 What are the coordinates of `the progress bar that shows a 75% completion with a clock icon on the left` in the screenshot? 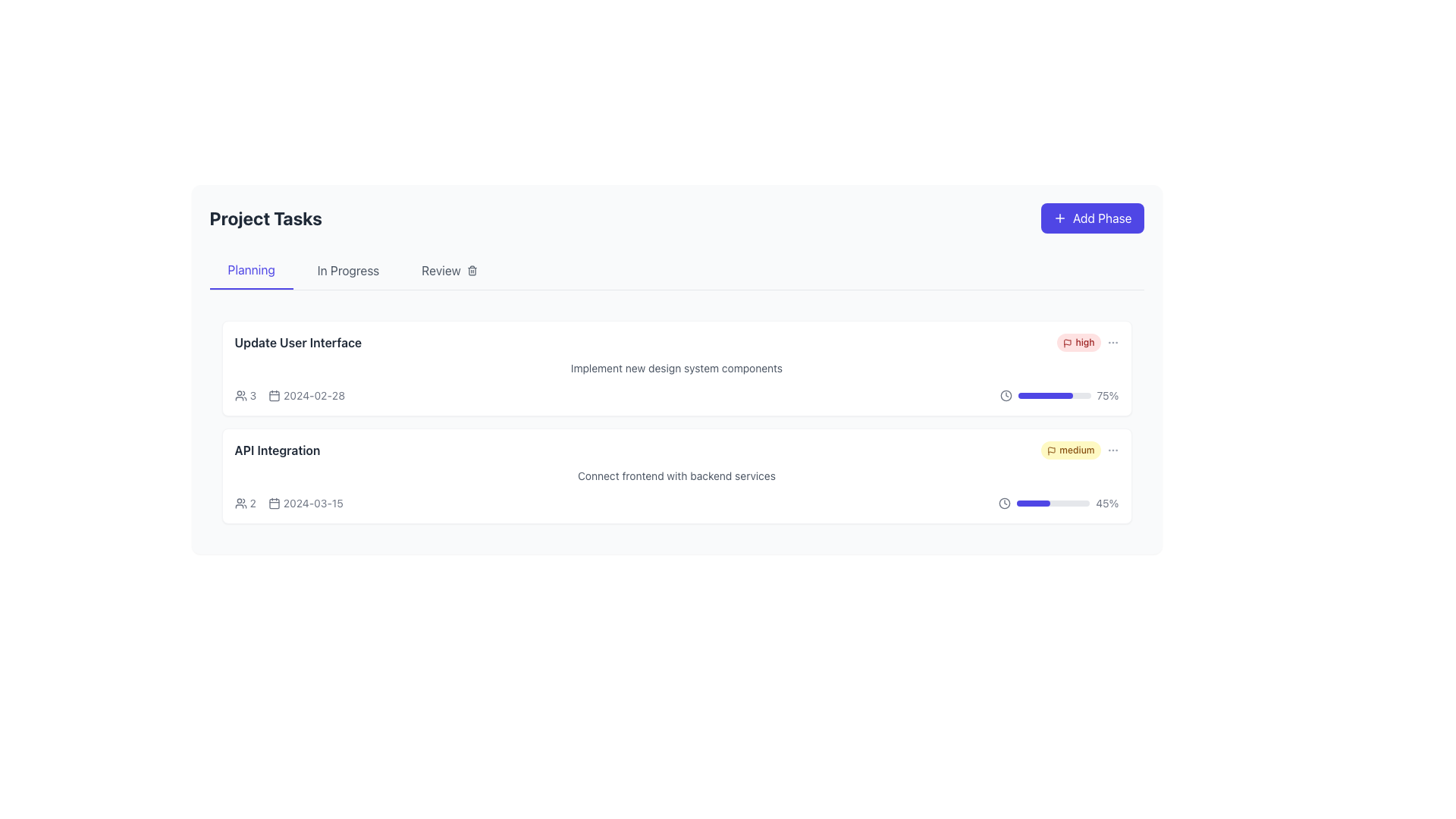 It's located at (1058, 394).